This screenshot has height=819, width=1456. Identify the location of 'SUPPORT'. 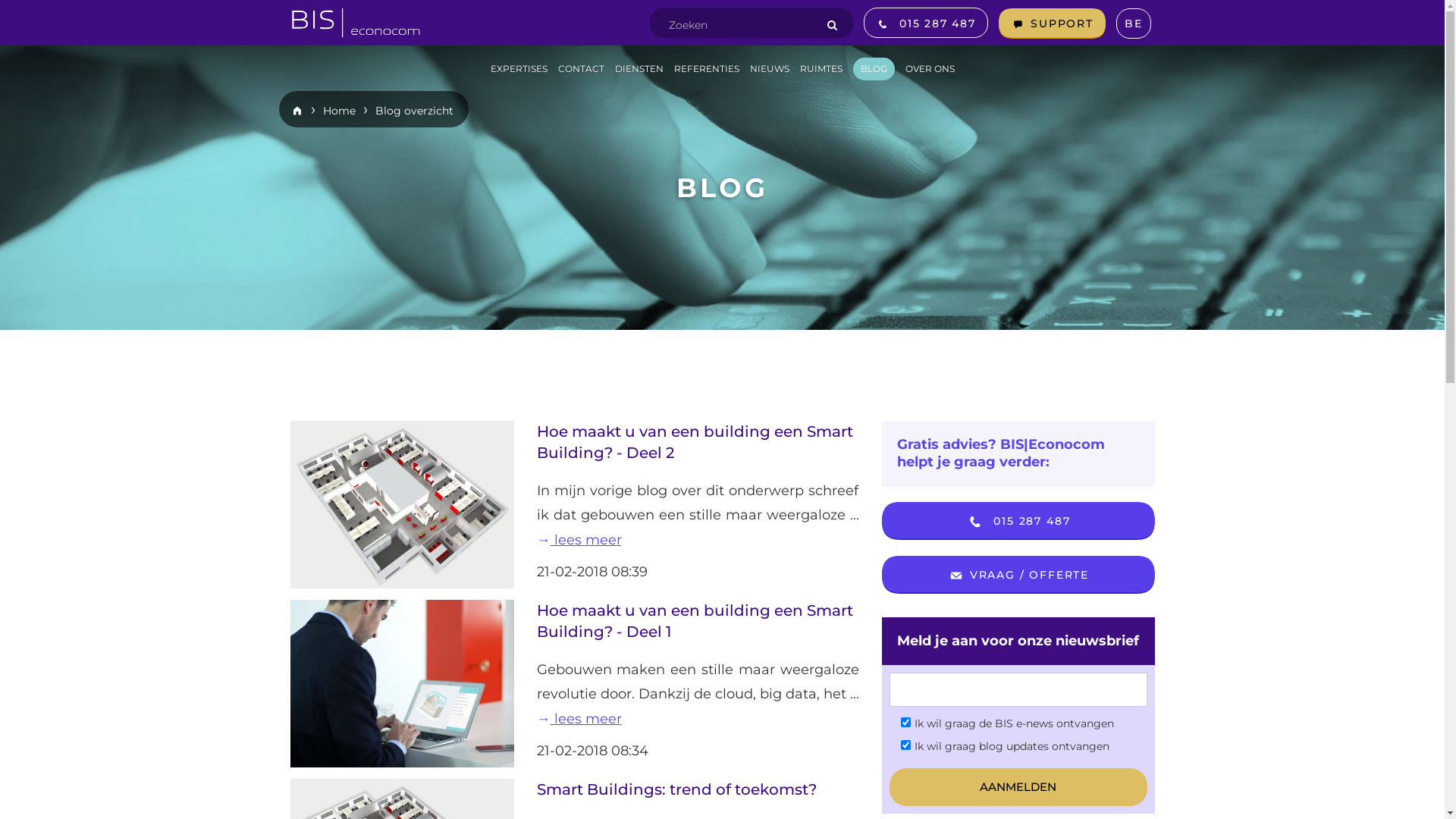
(1051, 23).